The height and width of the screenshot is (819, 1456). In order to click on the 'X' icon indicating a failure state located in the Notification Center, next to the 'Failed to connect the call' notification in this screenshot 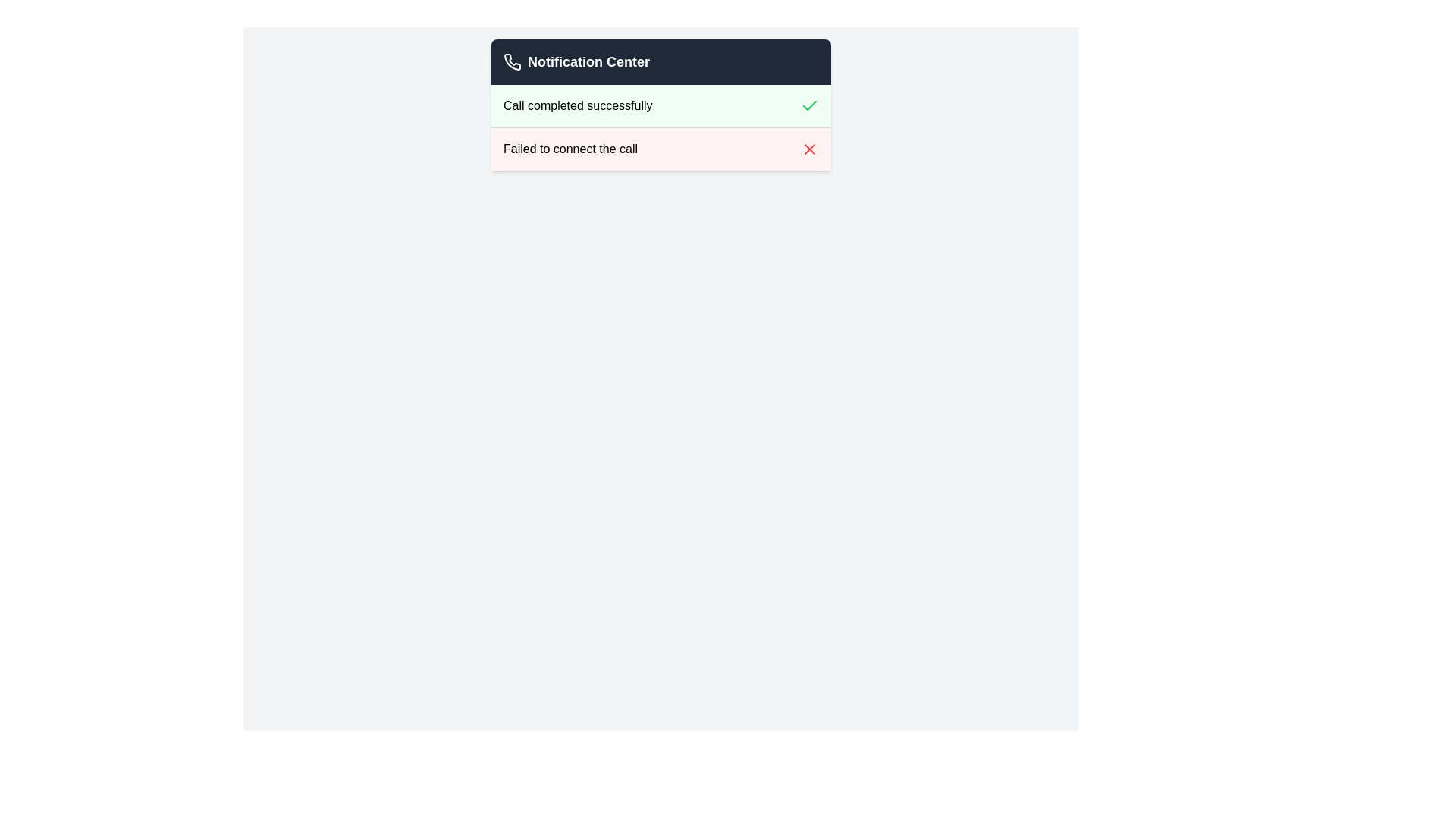, I will do `click(809, 149)`.